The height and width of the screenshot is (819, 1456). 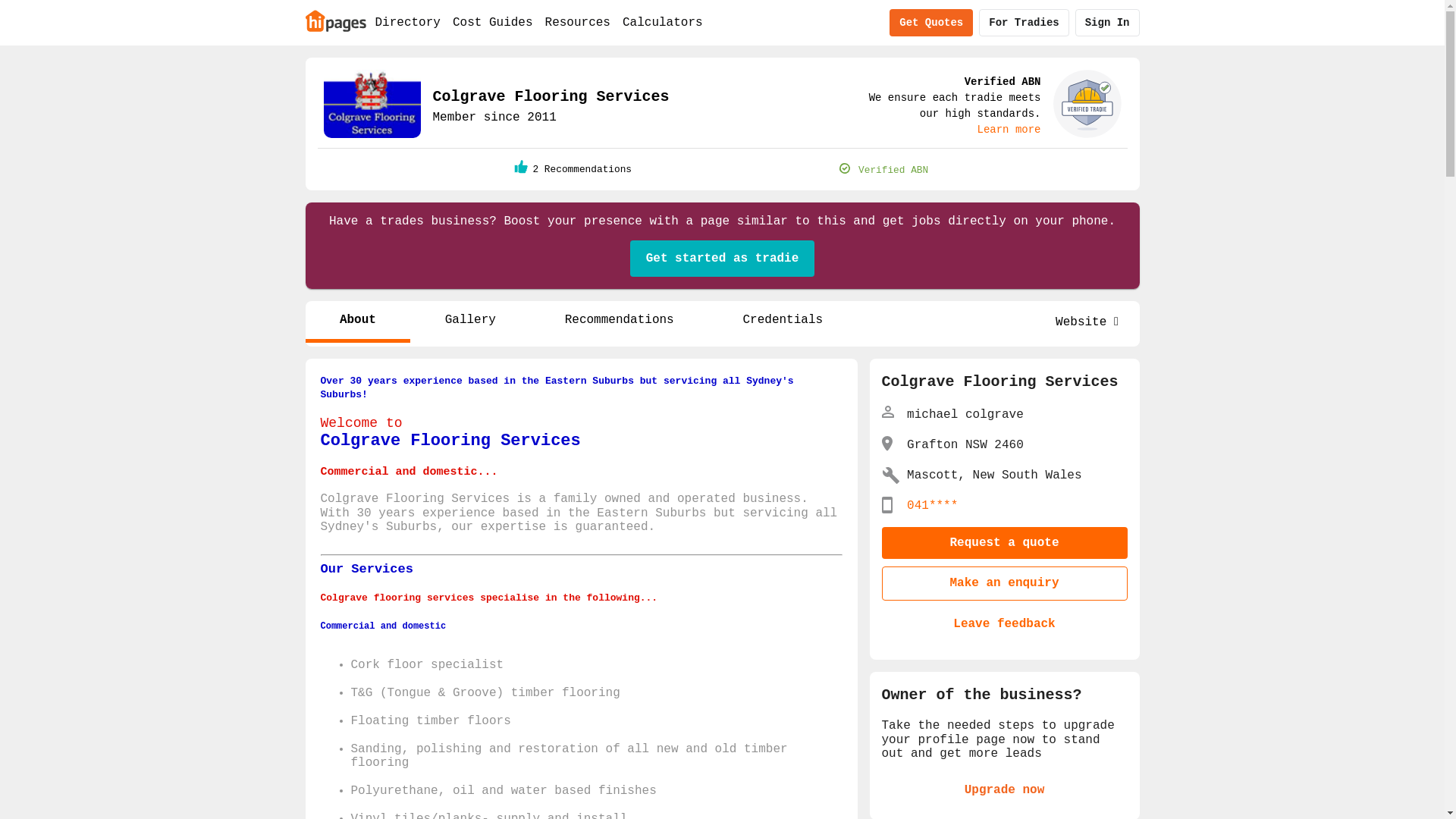 What do you see at coordinates (1004, 789) in the screenshot?
I see `'Upgrade now'` at bounding box center [1004, 789].